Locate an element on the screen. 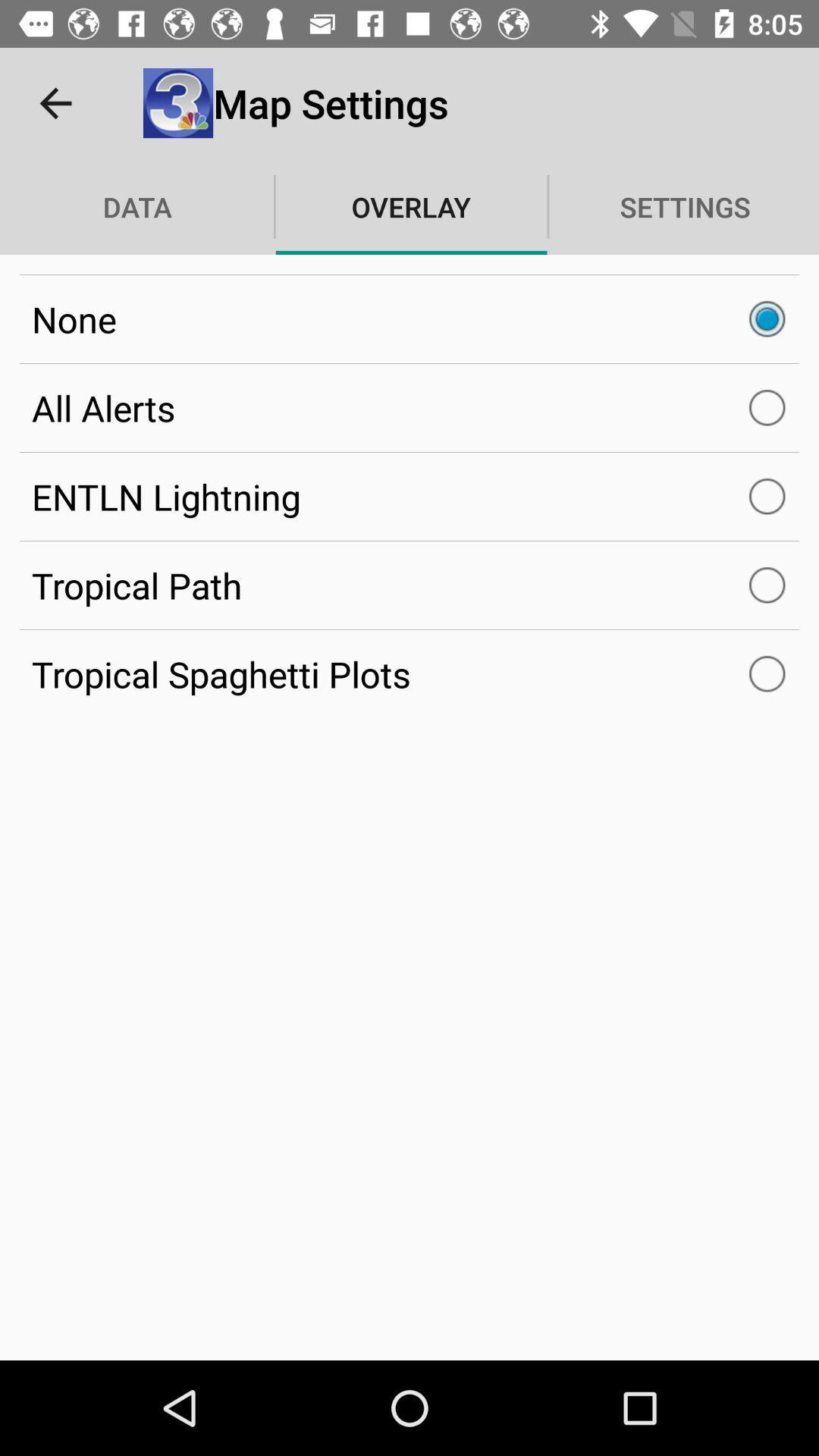  the item below none is located at coordinates (409, 408).